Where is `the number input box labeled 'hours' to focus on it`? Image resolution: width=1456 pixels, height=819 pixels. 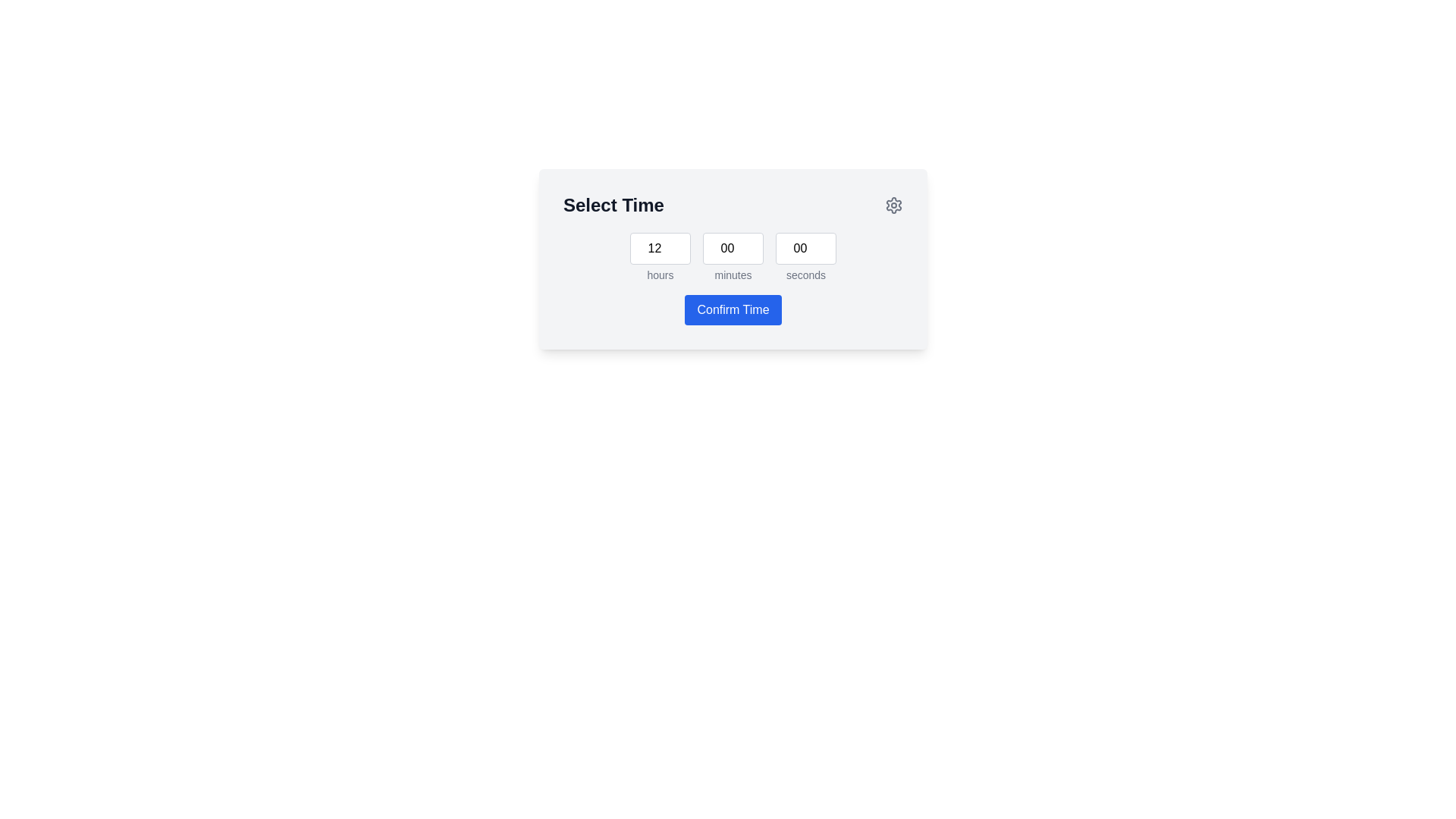 the number input box labeled 'hours' to focus on it is located at coordinates (660, 256).